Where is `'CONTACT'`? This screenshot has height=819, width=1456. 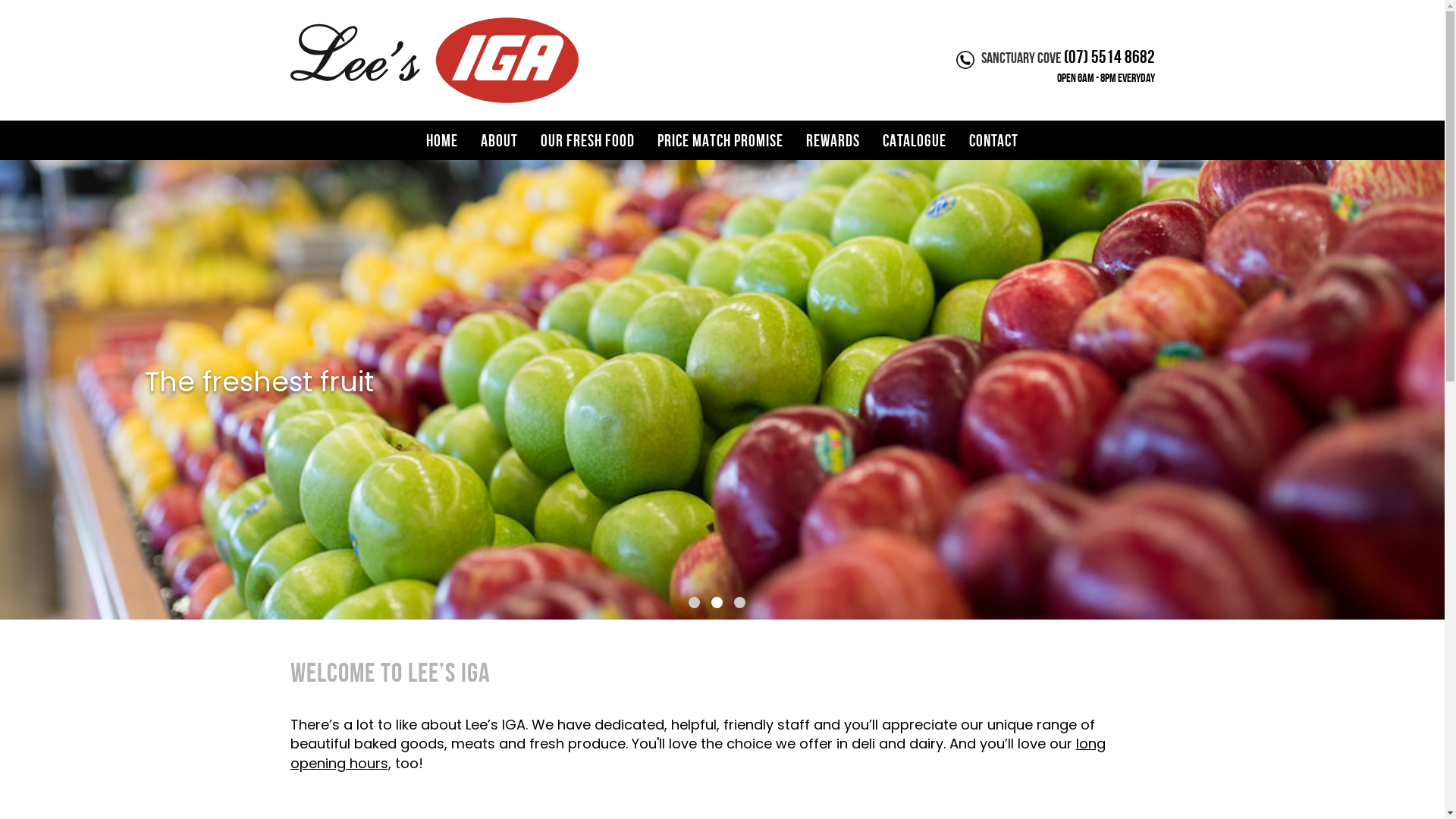 'CONTACT' is located at coordinates (956, 140).